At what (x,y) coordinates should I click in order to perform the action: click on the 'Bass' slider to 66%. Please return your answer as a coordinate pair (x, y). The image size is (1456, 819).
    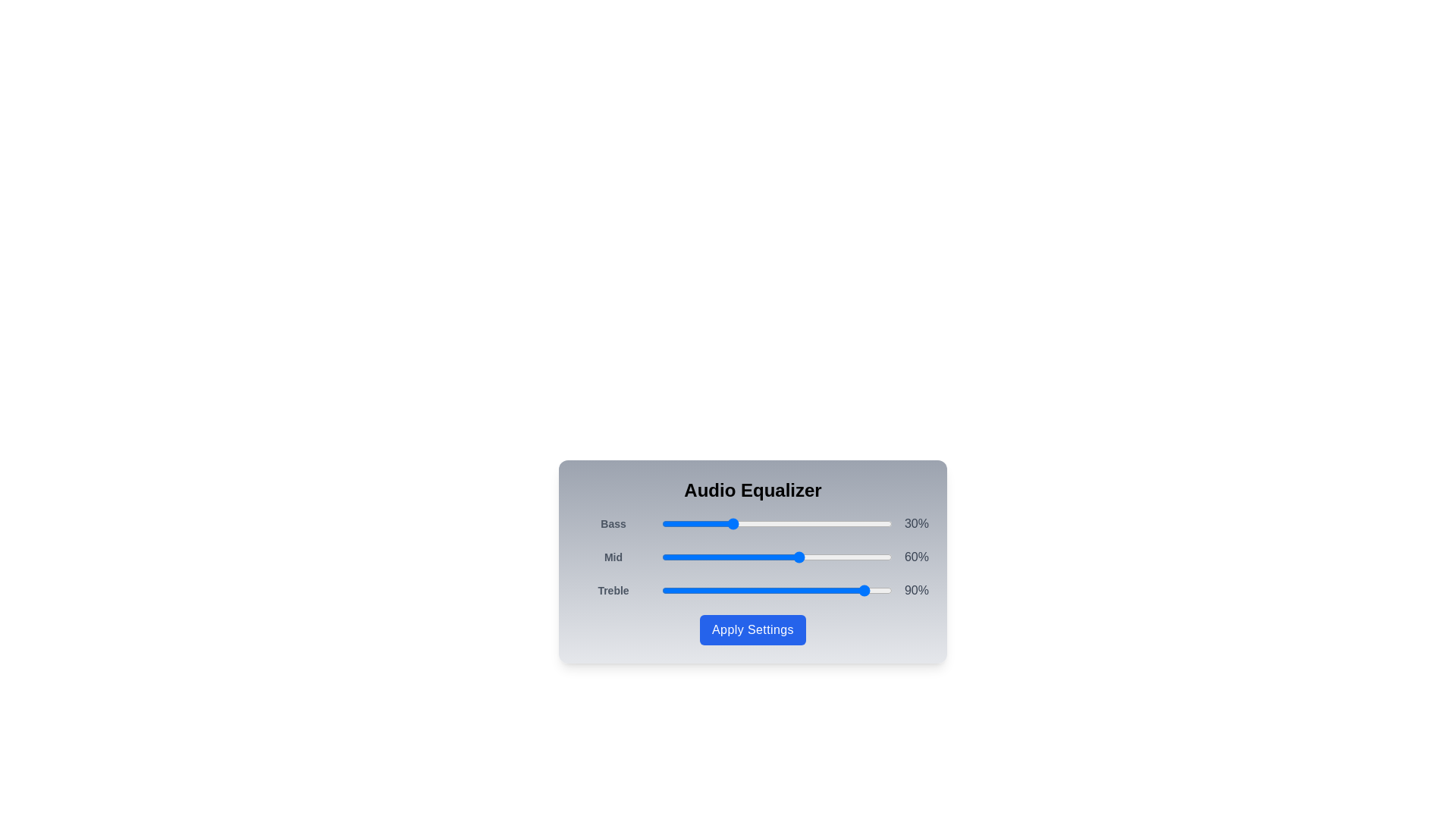
    Looking at the image, I should click on (813, 522).